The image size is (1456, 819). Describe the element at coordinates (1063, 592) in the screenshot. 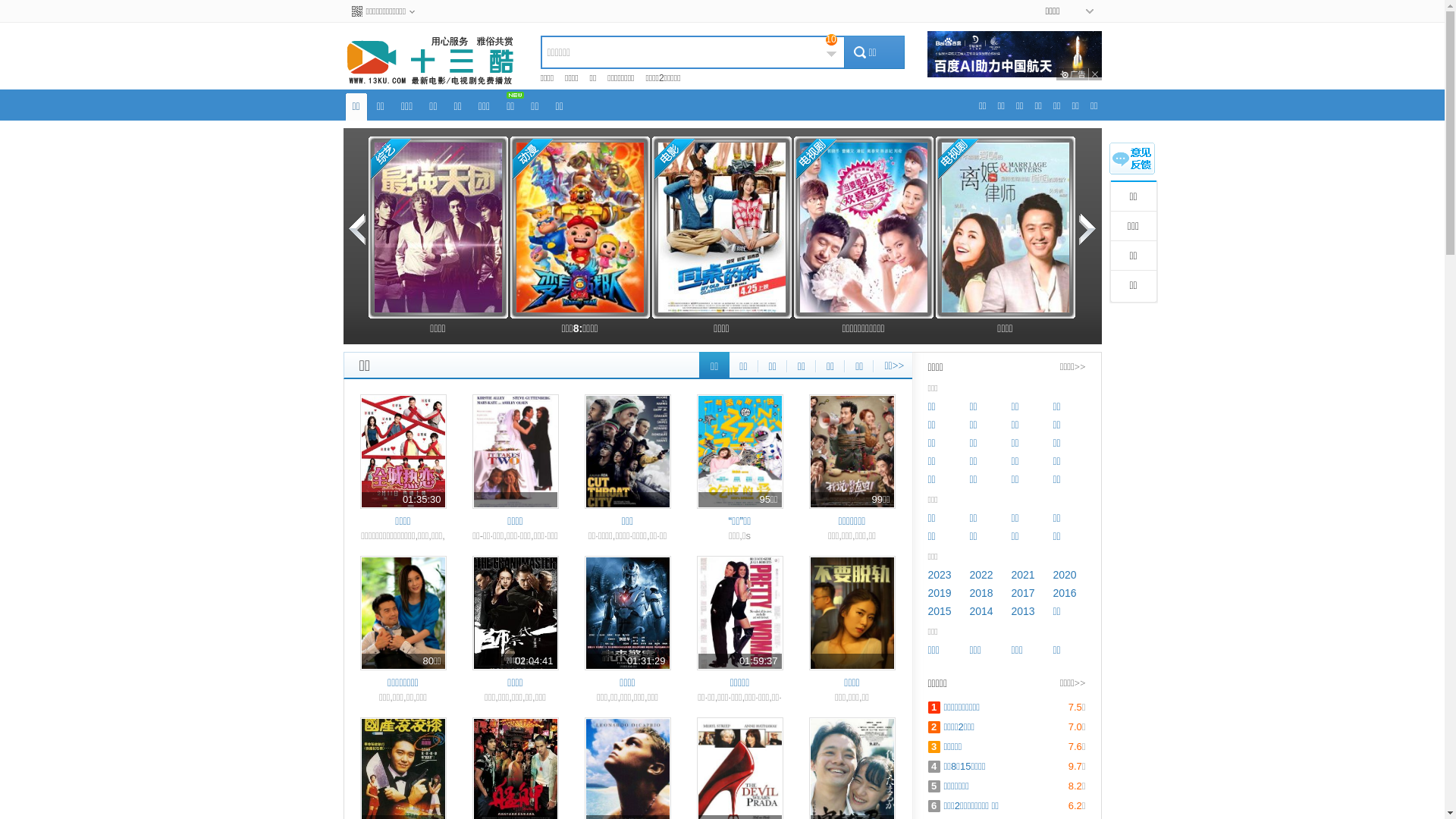

I see `'2016'` at that location.